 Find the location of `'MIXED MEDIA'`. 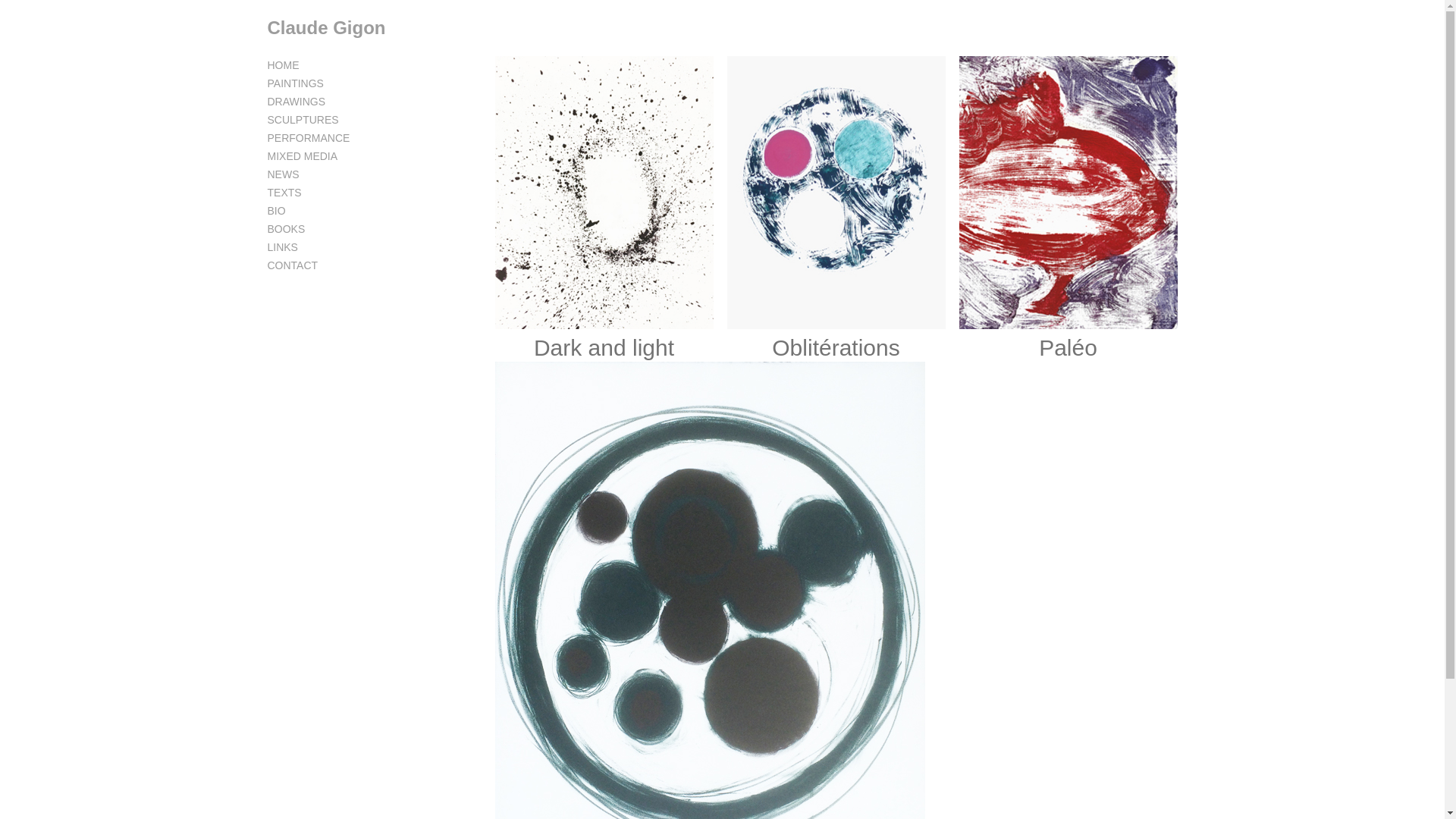

'MIXED MEDIA' is located at coordinates (302, 155).